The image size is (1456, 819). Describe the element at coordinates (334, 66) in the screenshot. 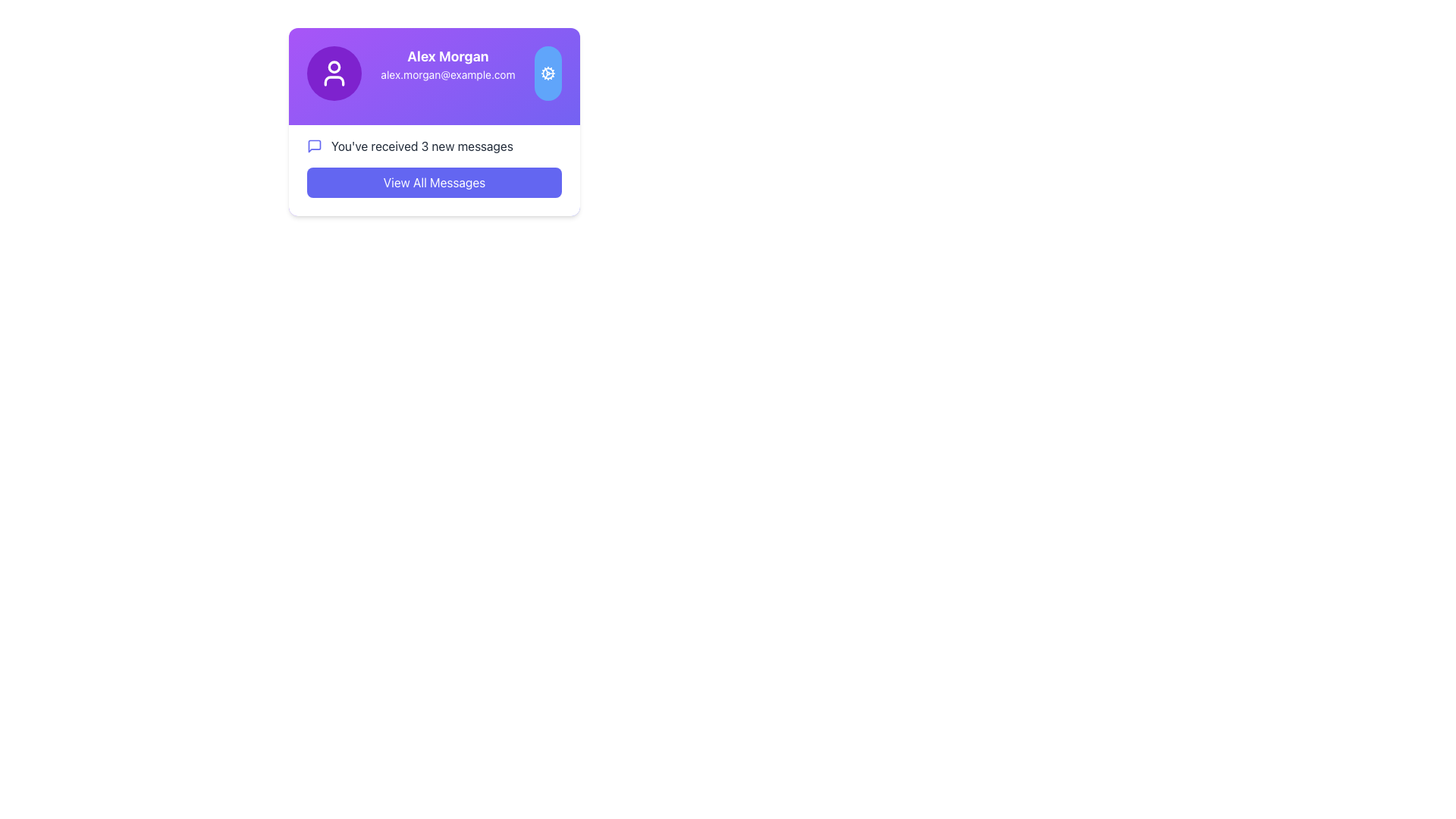

I see `the decorative circular component of the user icon, which is located at the top of the user profile icon within a purple gradient circle` at that location.